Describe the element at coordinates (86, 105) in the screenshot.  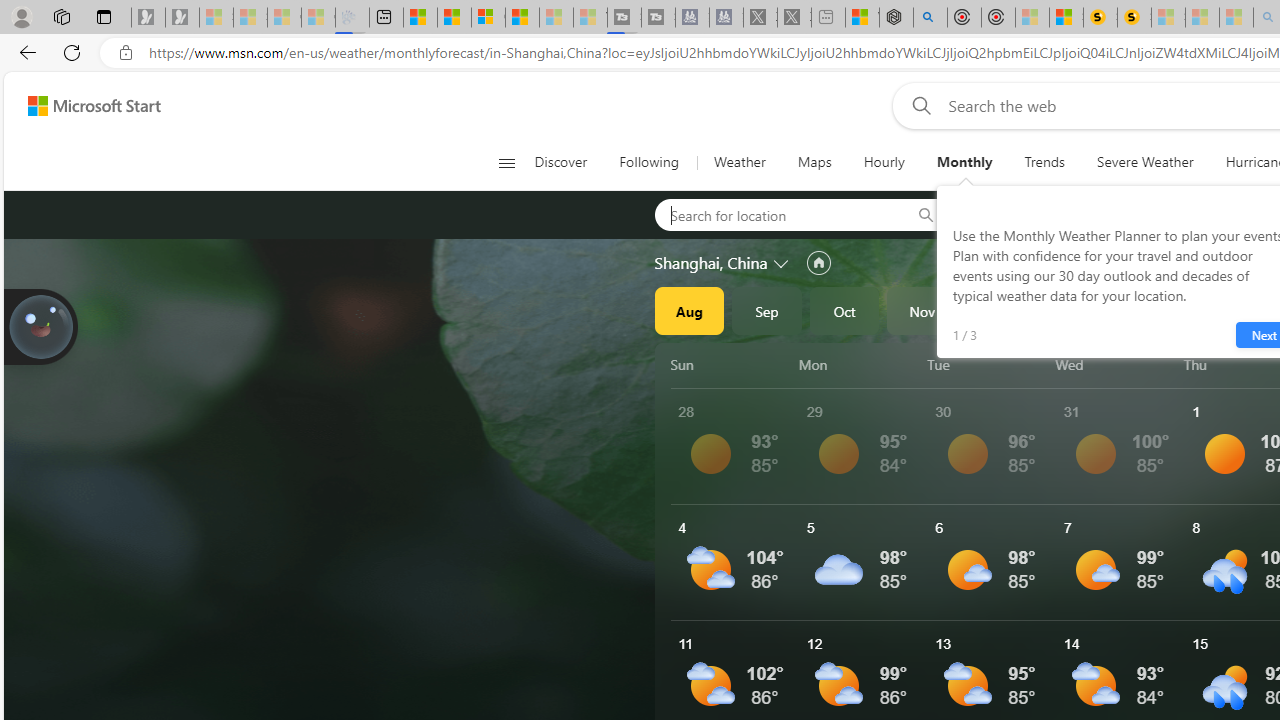
I see `'Skip to content'` at that location.